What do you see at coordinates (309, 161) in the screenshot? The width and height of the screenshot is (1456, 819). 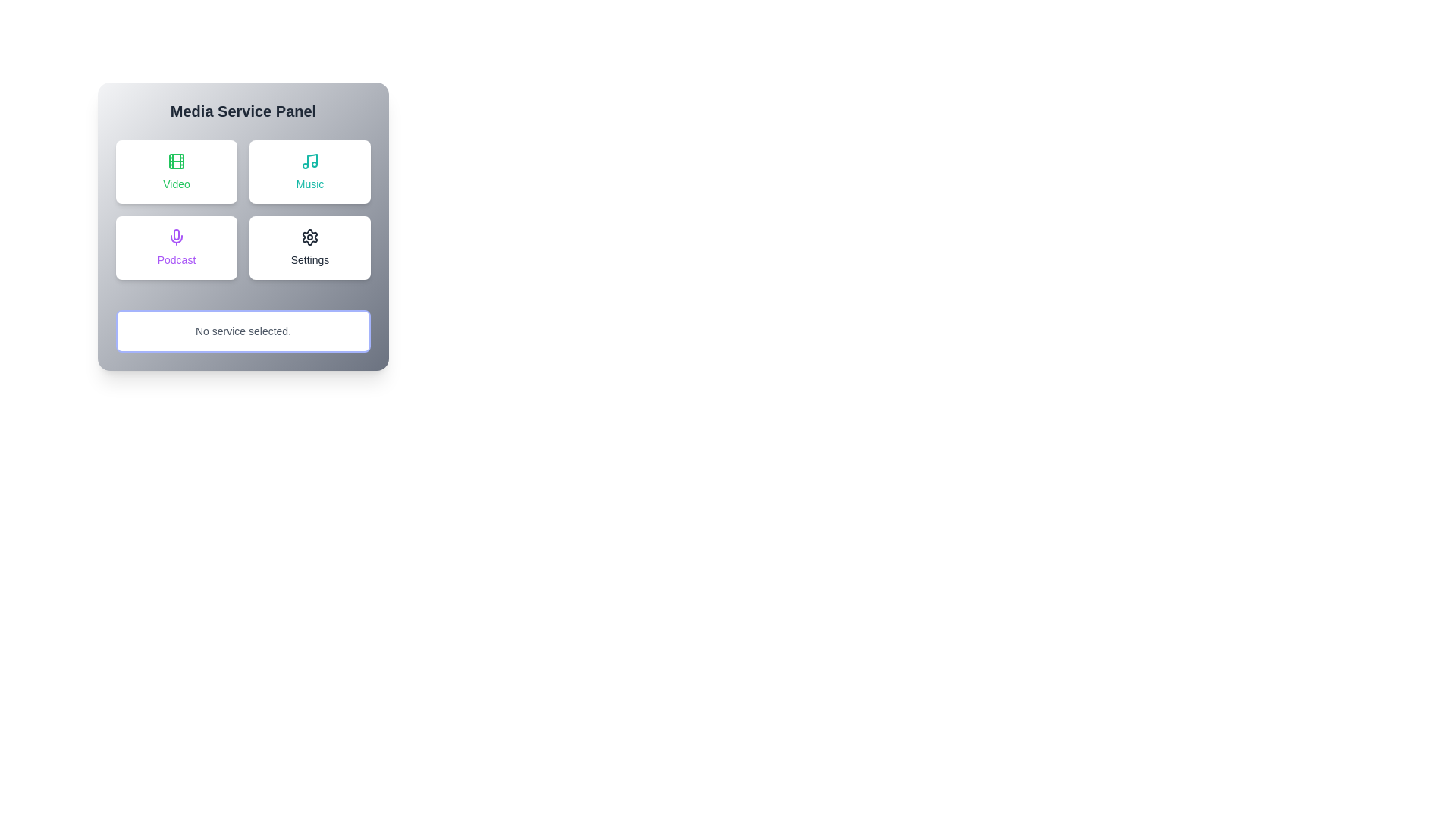 I see `the 'Music' service option icon located in the top-right section of the service options grid` at bounding box center [309, 161].